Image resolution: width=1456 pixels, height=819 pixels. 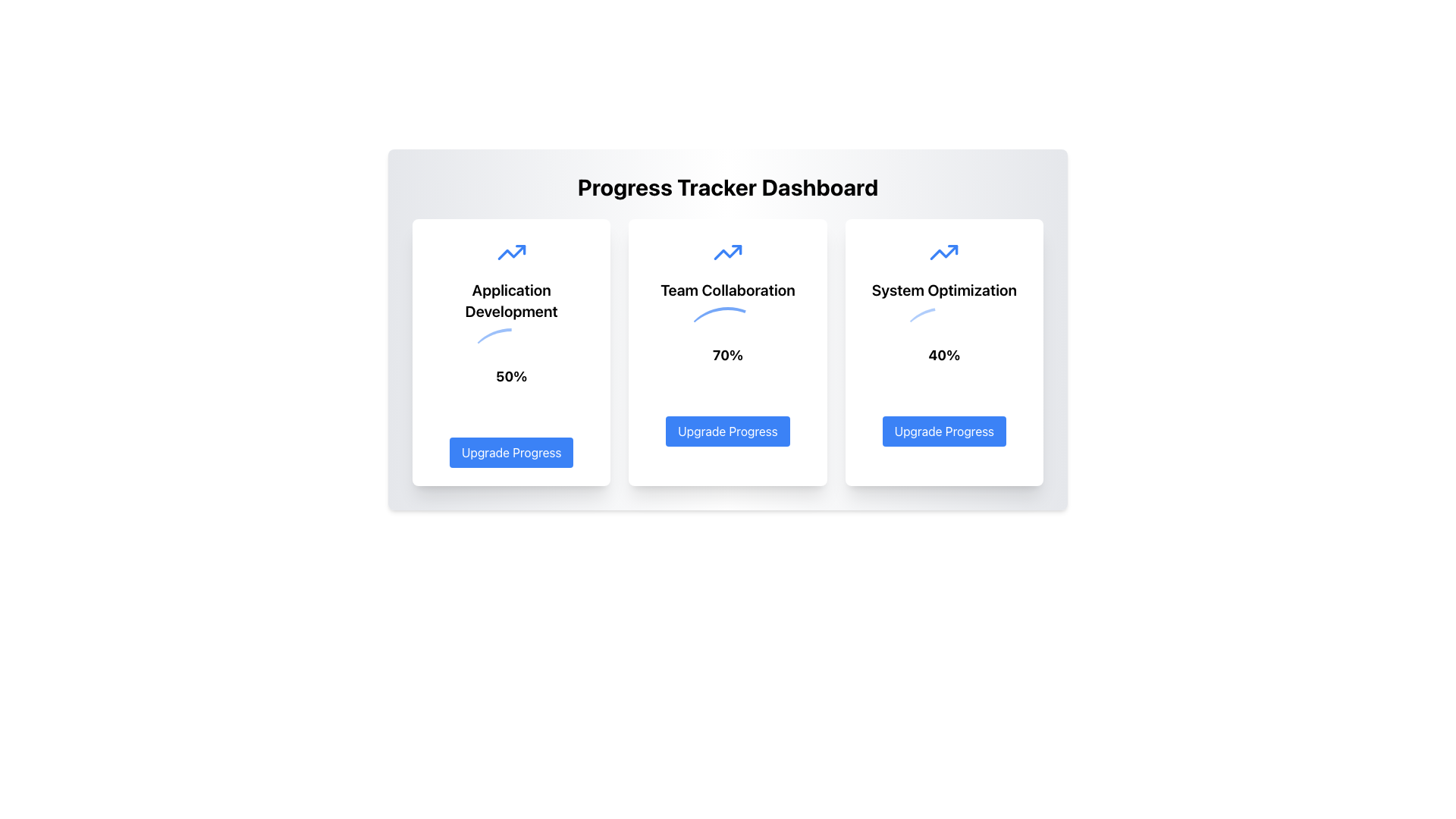 I want to click on the bold text label displaying '50%' in a large, dark font, positioned centrally within a circular progress indicator on the first card from the left, so click(x=511, y=376).